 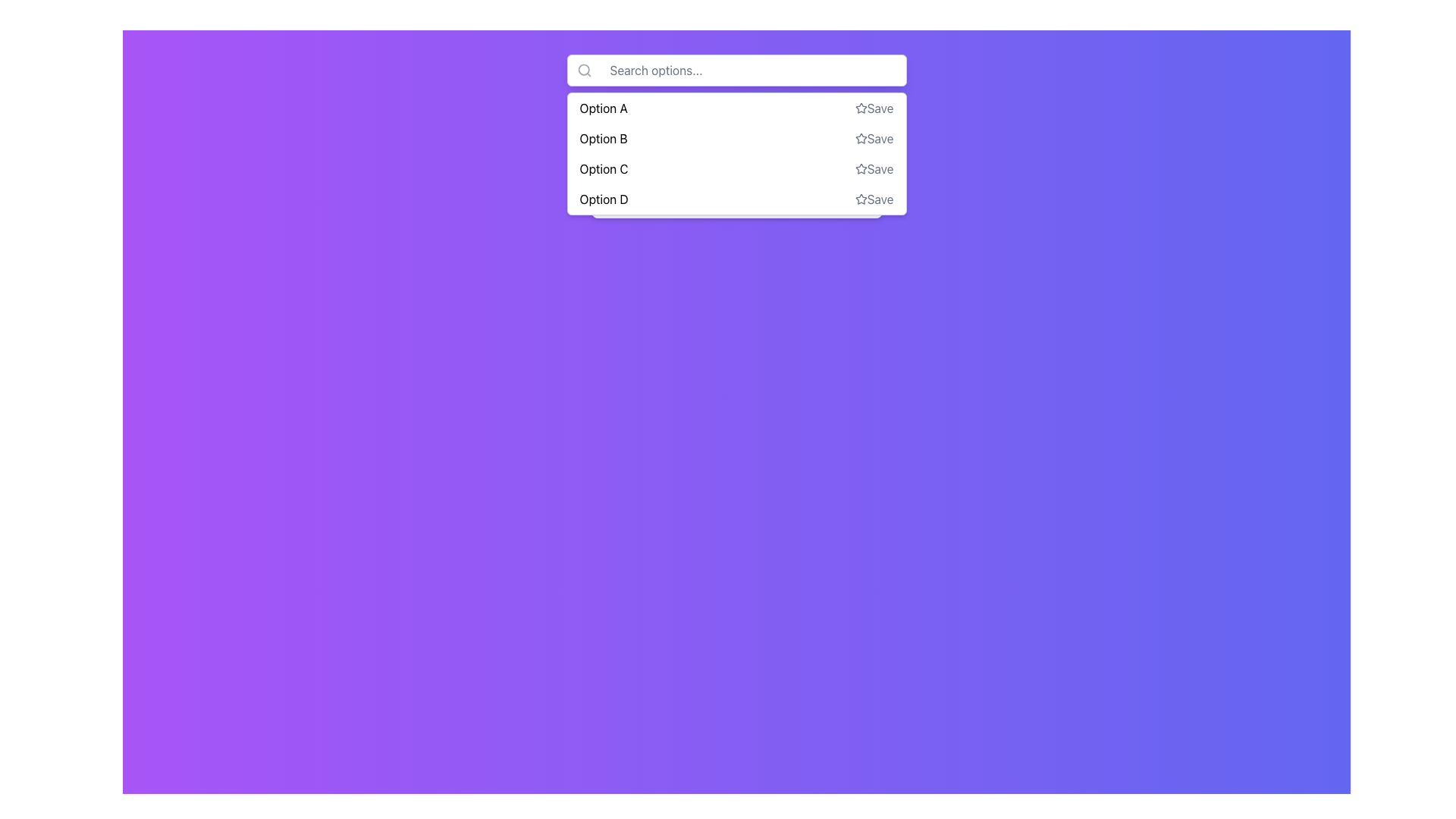 I want to click on the 'Save' button associated with 'Option D', so click(x=874, y=198).